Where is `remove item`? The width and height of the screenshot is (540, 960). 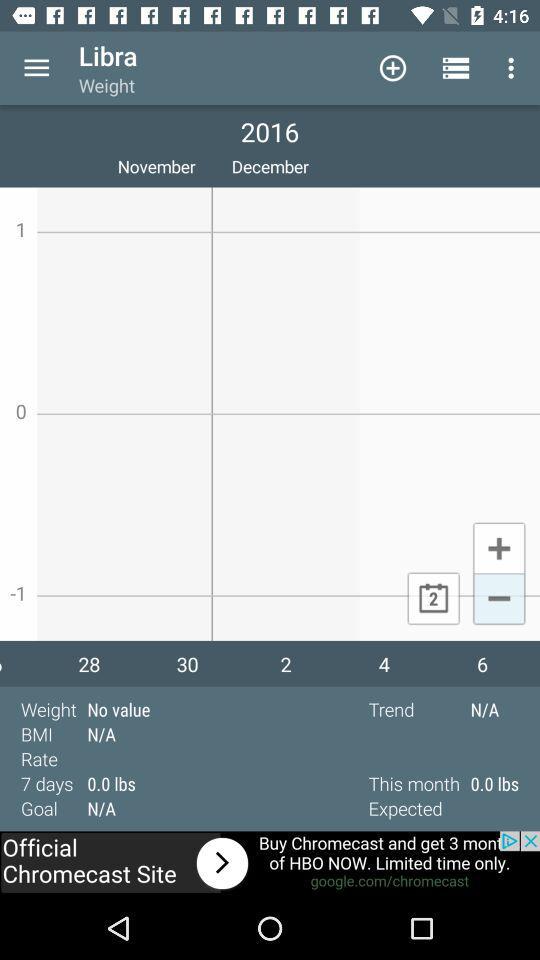
remove item is located at coordinates (498, 600).